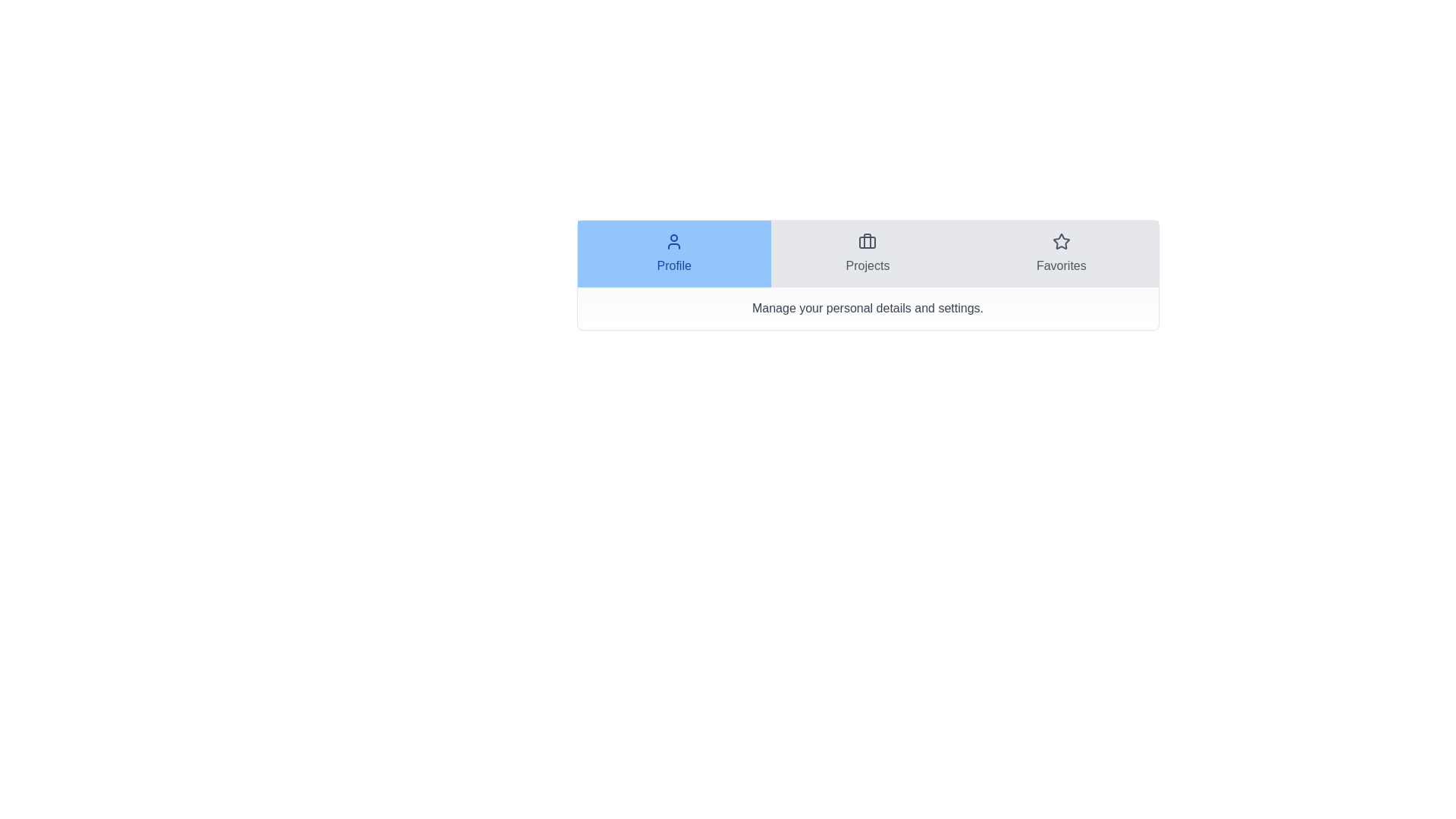  What do you see at coordinates (673, 253) in the screenshot?
I see `the tab Profile to display its content` at bounding box center [673, 253].